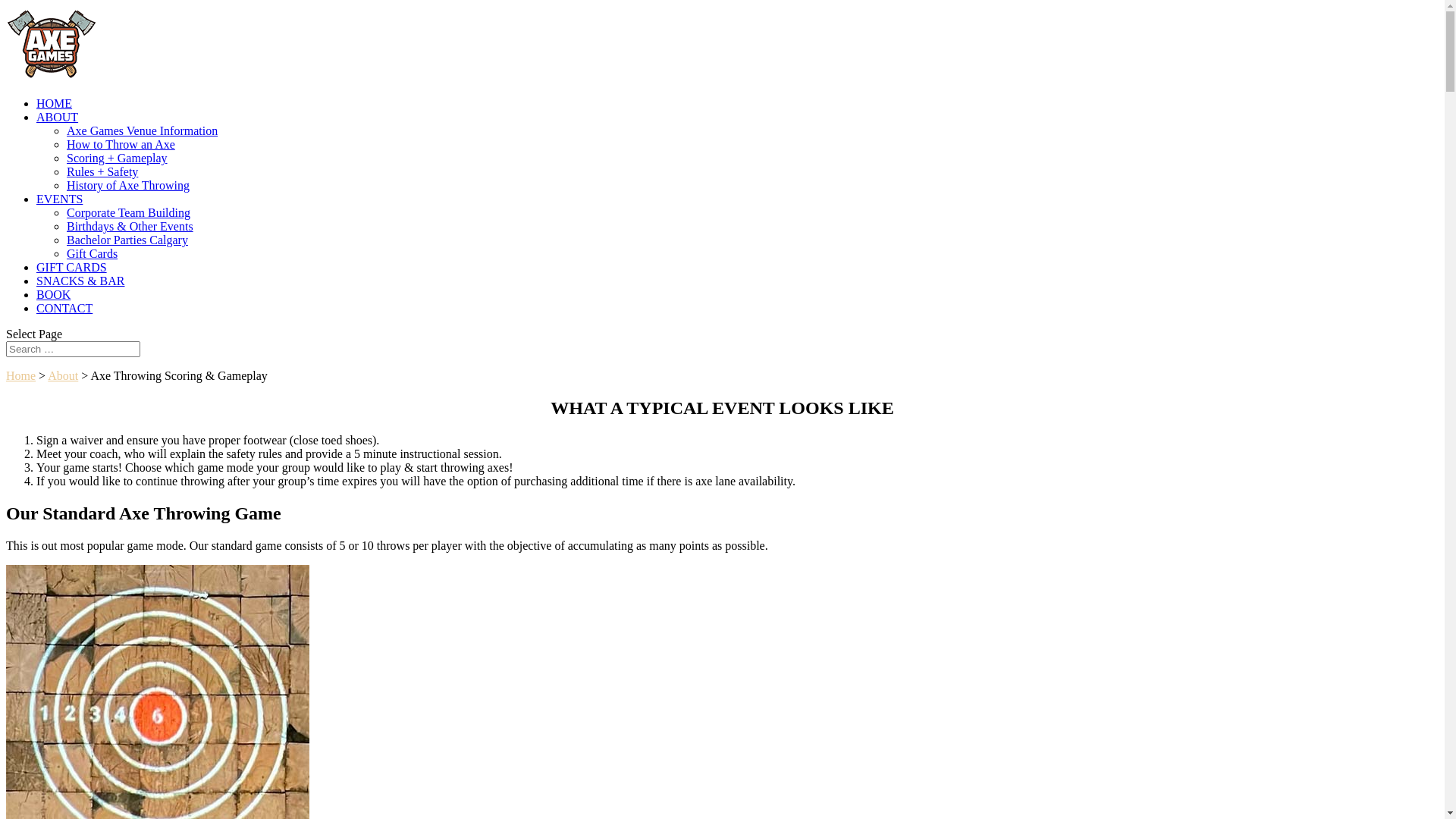 The image size is (1456, 819). Describe the element at coordinates (128, 212) in the screenshot. I see `'Corporate Team Building'` at that location.